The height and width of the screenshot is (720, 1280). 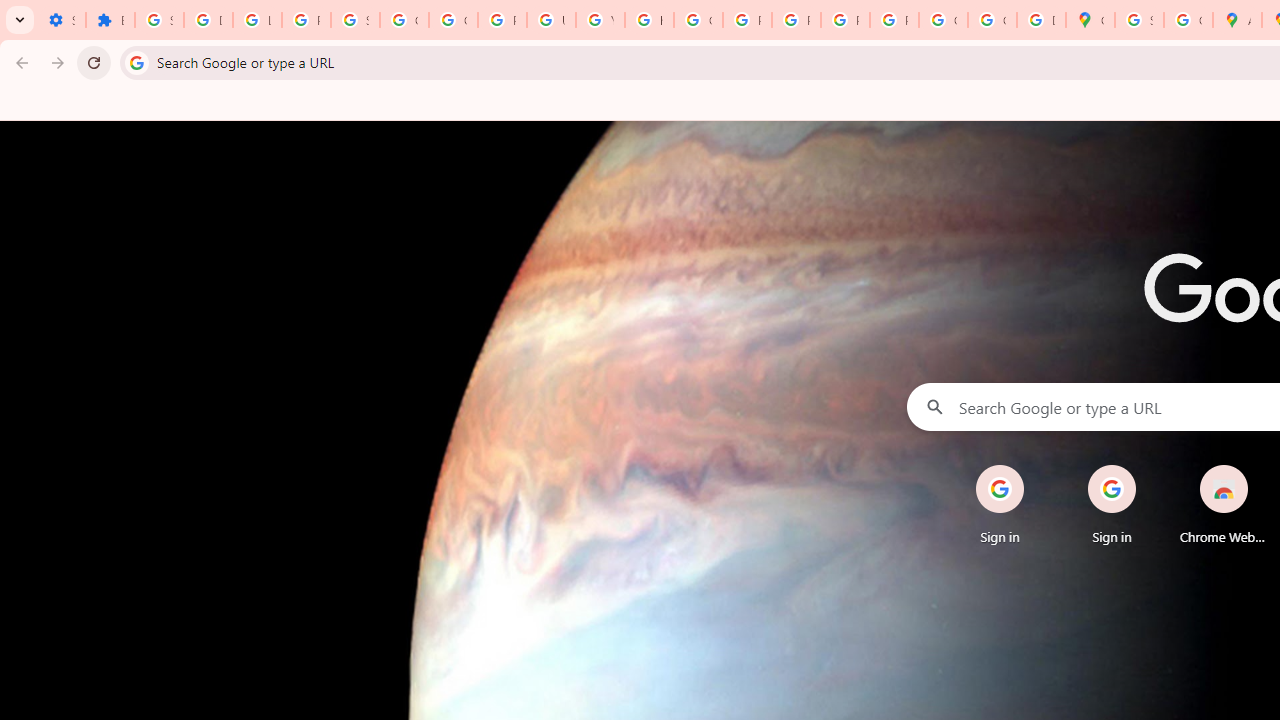 What do you see at coordinates (1089, 20) in the screenshot?
I see `'Google Maps'` at bounding box center [1089, 20].